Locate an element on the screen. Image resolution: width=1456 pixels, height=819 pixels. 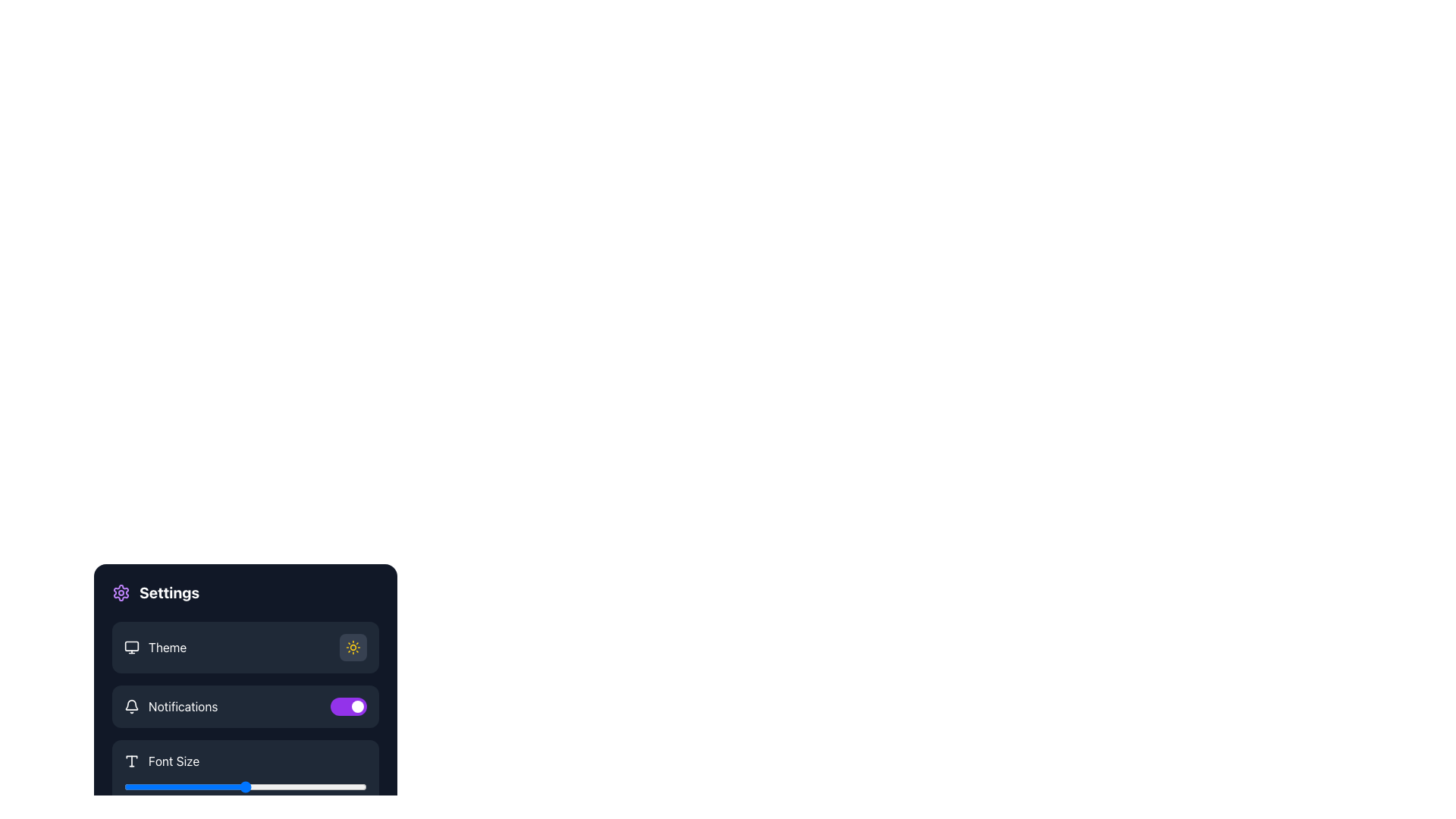
or read the text of the 'Notifications' label with icon, which indicates the purpose of associated controls or information is located at coordinates (171, 707).